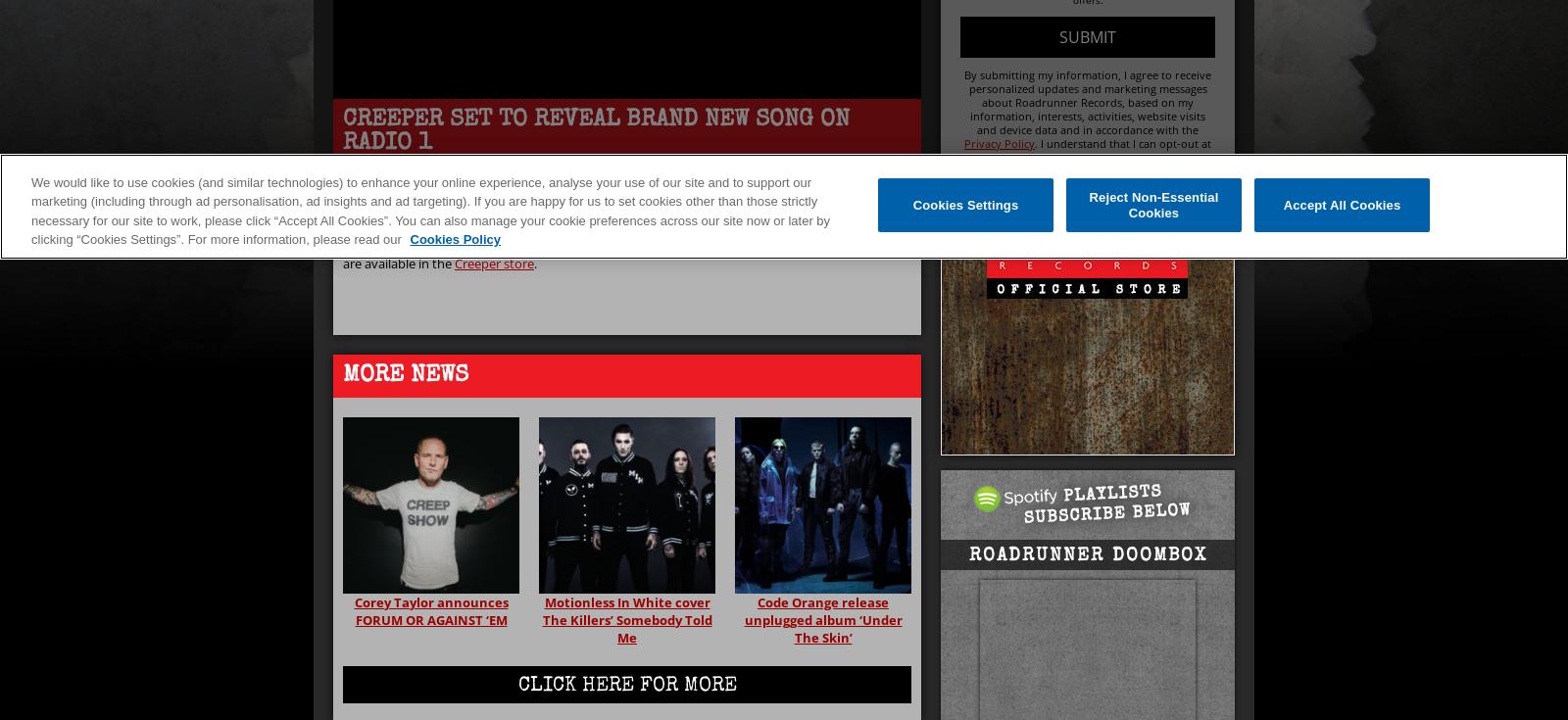 This screenshot has height=720, width=1568. Describe the element at coordinates (1140, 157) in the screenshot. I see `'privacypolicy@wmg.com'` at that location.